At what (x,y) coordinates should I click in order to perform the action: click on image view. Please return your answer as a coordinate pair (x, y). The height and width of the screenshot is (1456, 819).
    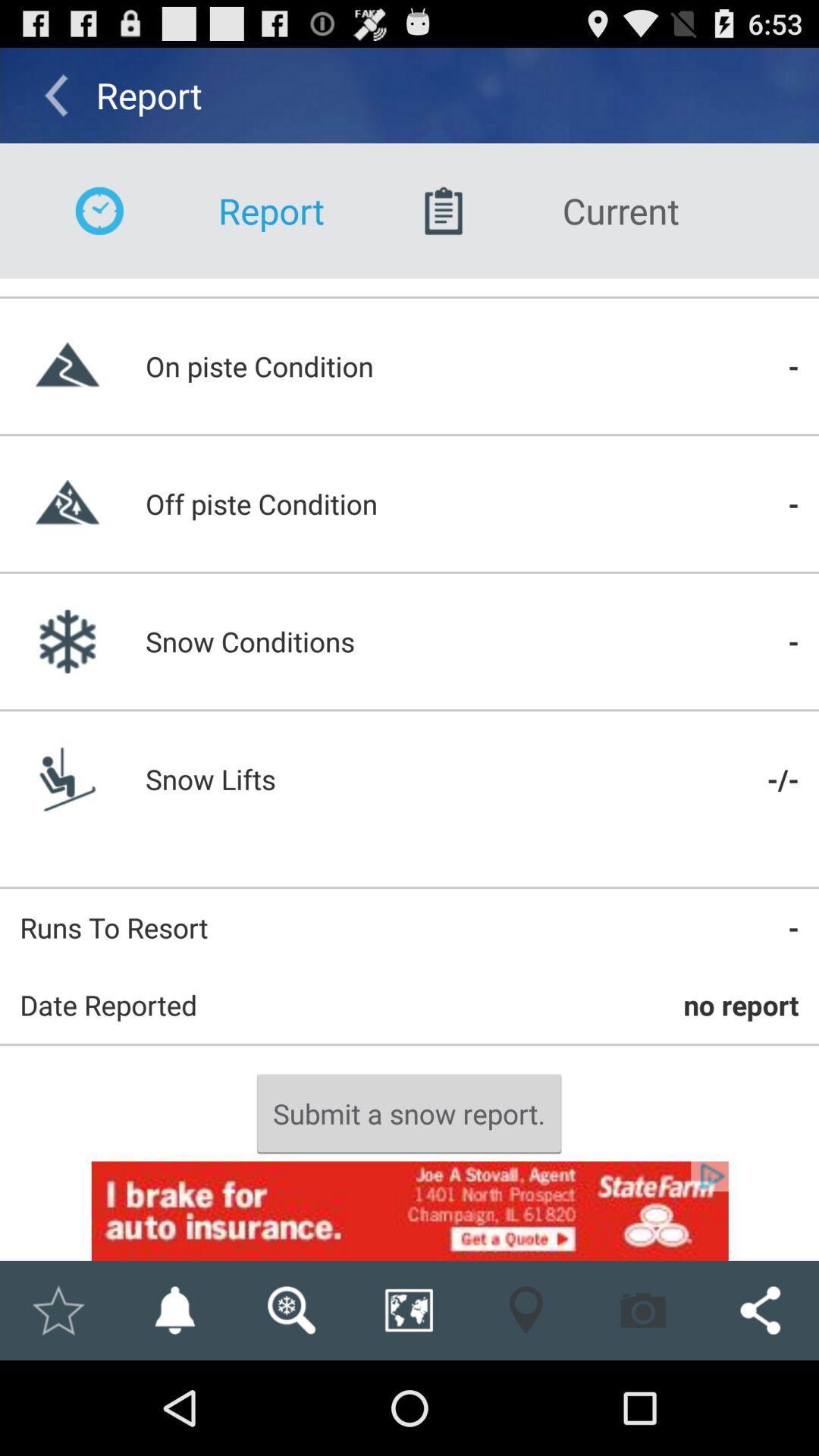
    Looking at the image, I should click on (291, 1310).